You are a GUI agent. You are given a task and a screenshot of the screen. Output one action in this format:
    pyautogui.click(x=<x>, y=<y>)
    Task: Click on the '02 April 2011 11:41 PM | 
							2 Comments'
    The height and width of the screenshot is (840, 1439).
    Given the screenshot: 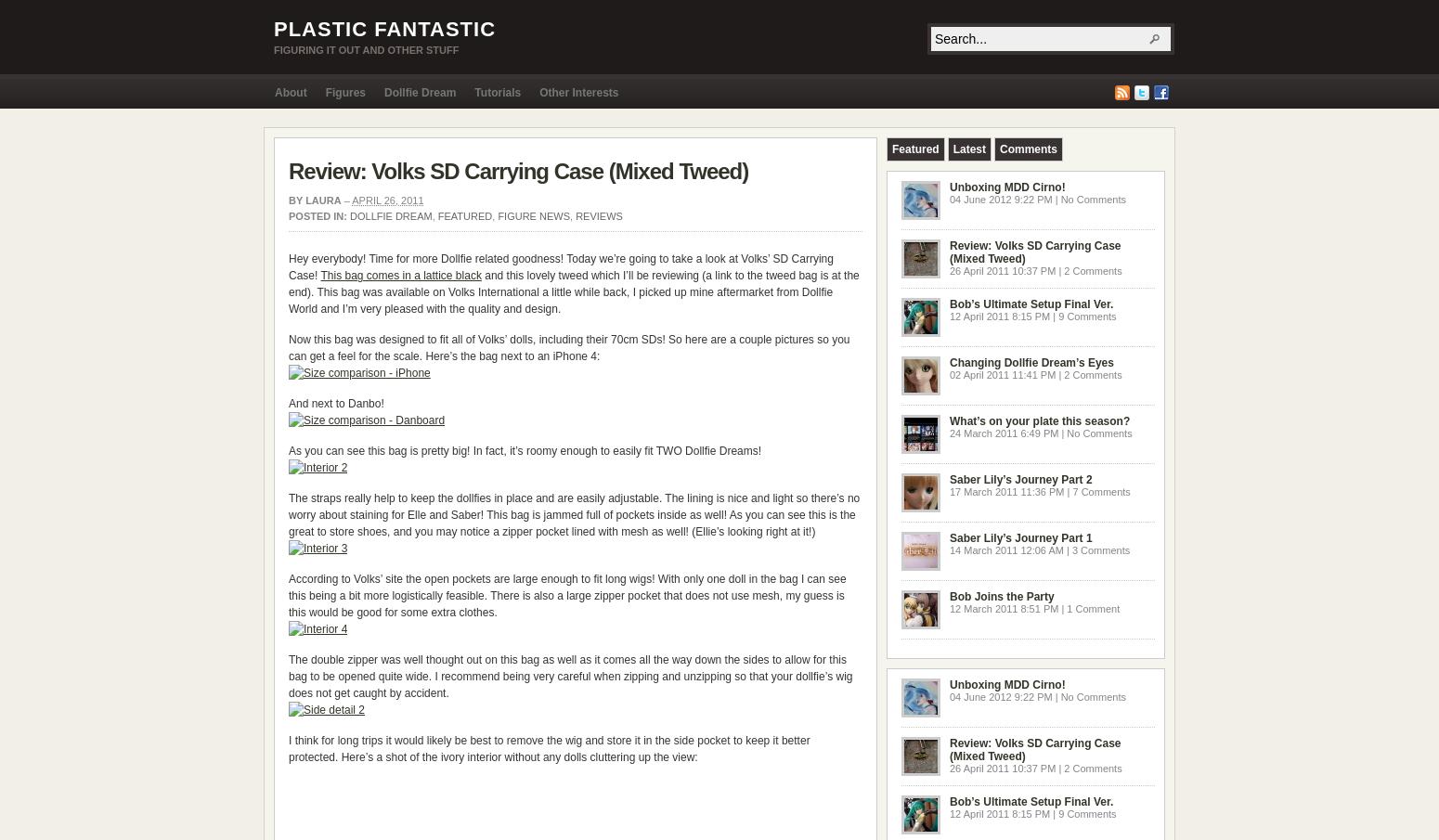 What is the action you would take?
    pyautogui.click(x=1034, y=373)
    